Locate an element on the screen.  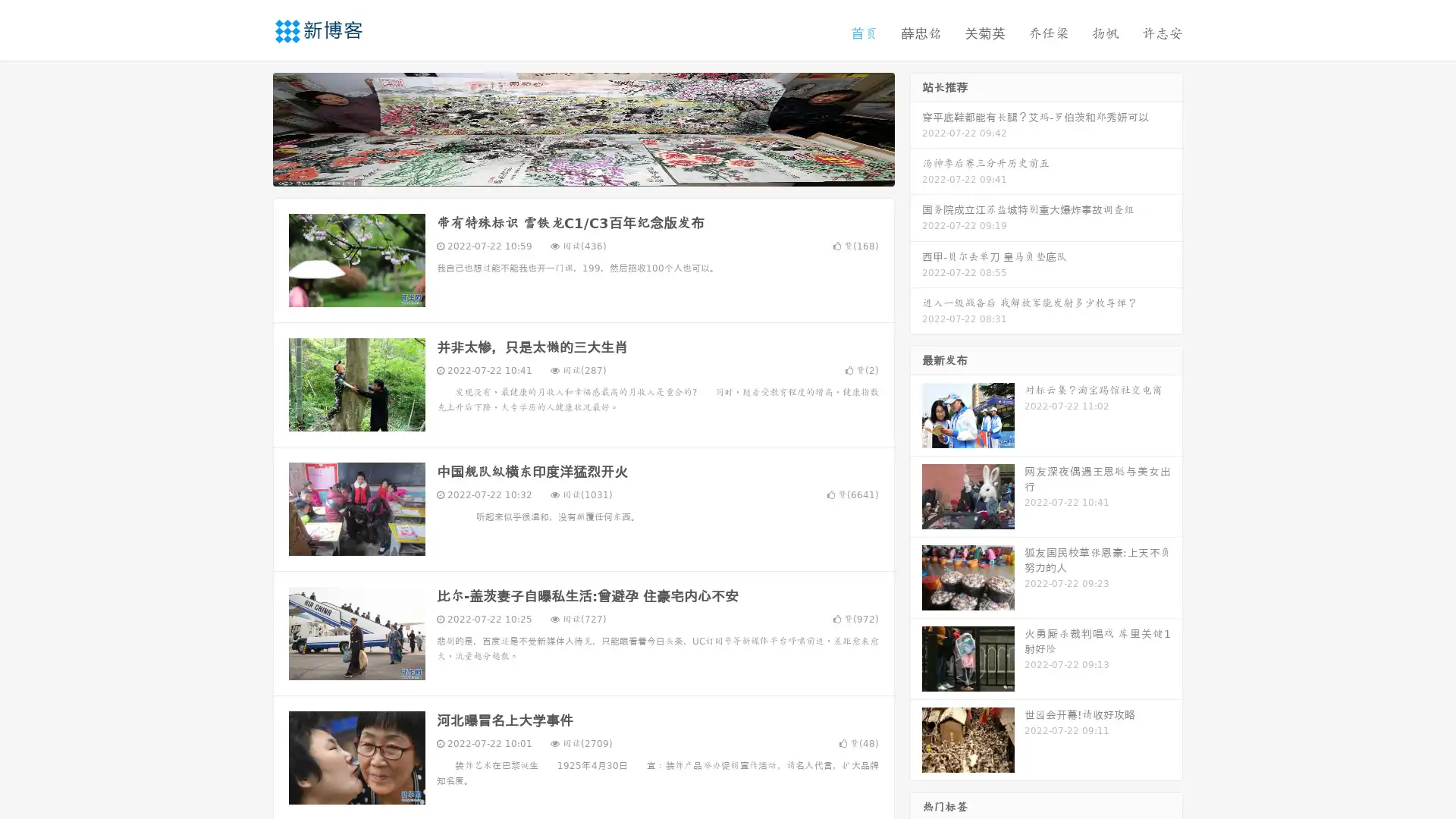
Go to slide 1 is located at coordinates (567, 171).